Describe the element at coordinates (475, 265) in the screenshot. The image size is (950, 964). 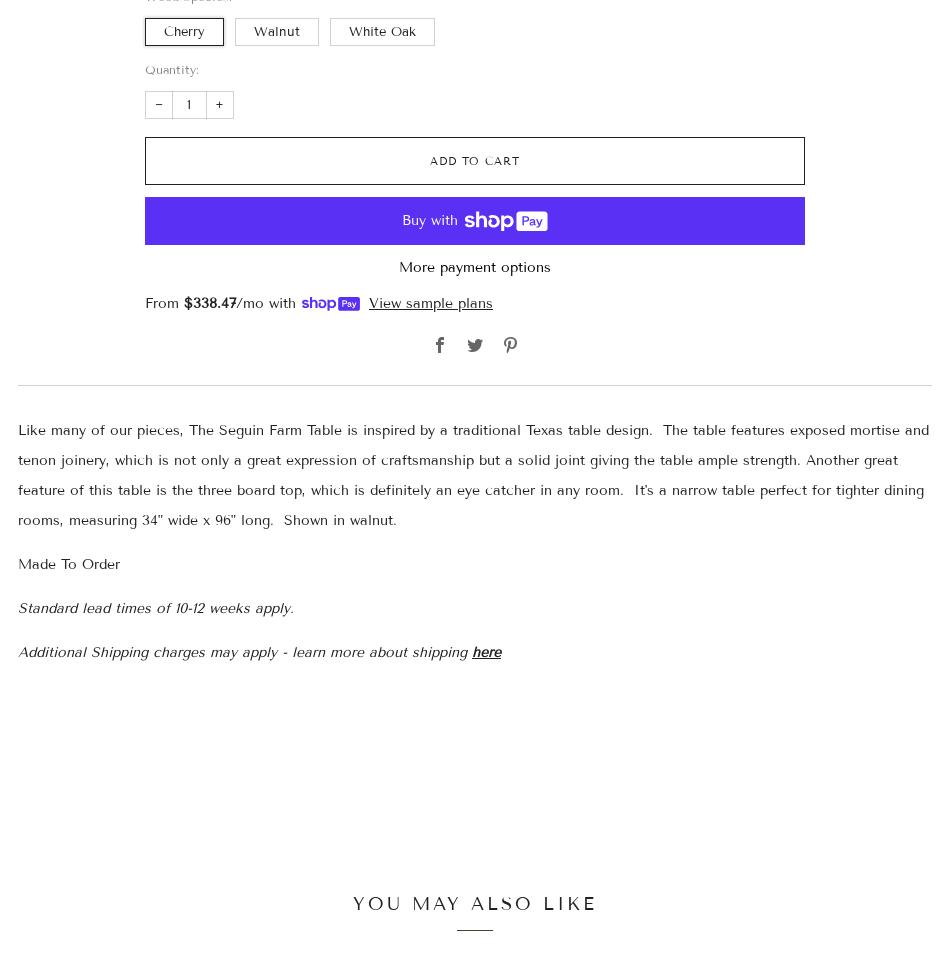
I see `'More payment options'` at that location.